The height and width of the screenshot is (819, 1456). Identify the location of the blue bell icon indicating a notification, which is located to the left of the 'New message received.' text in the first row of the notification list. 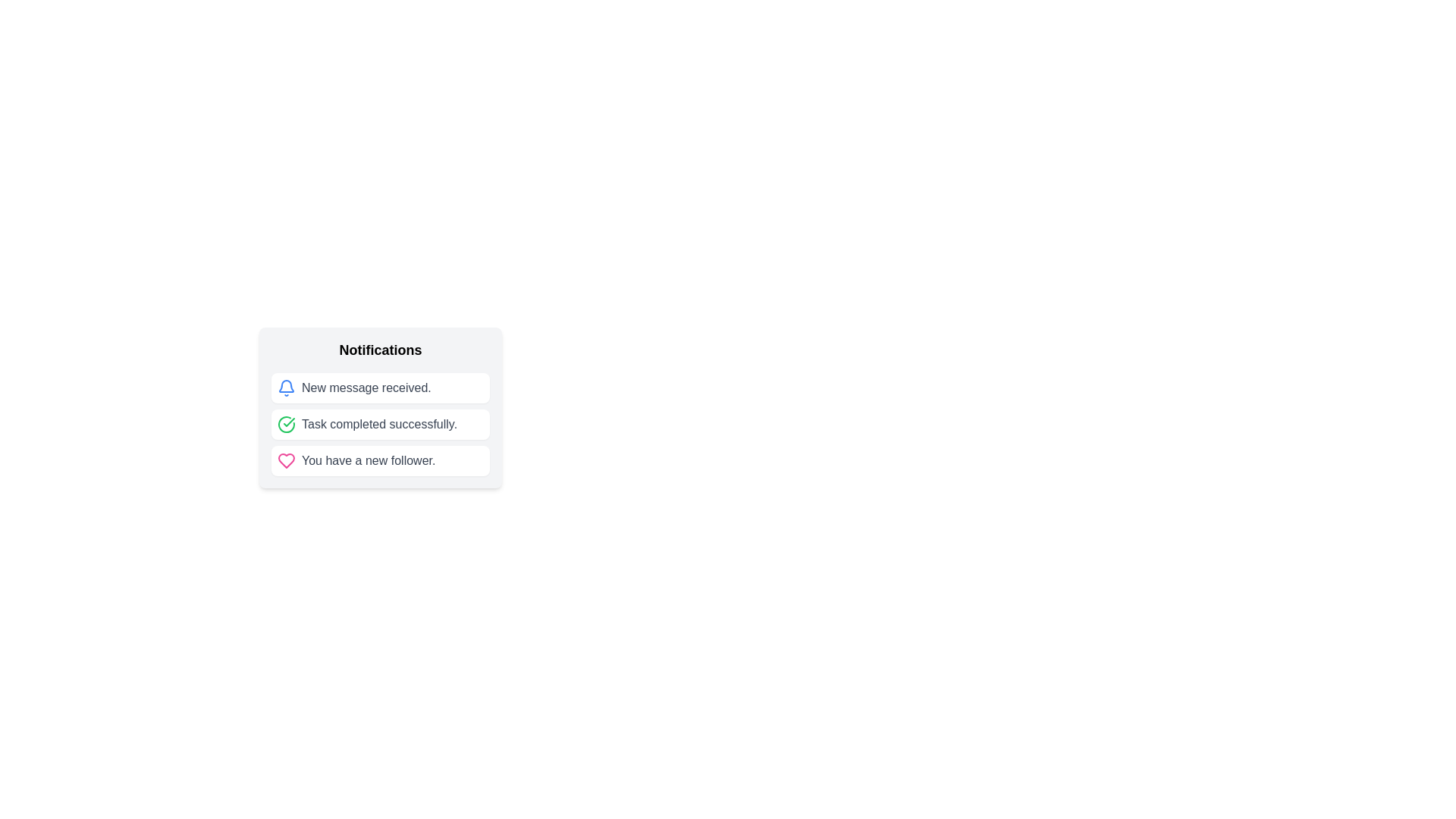
(287, 388).